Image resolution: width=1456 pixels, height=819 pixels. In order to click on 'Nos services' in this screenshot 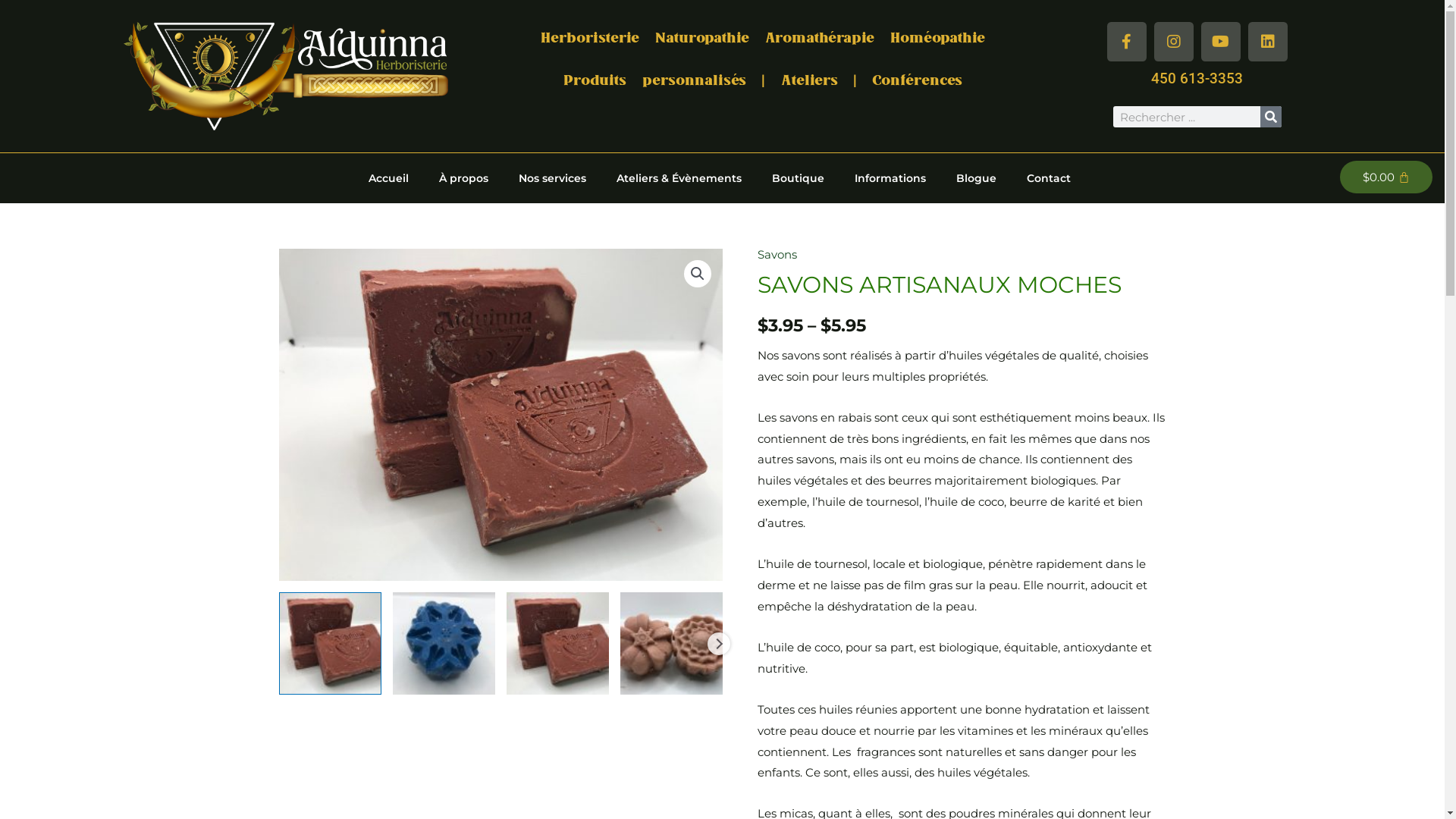, I will do `click(503, 177)`.